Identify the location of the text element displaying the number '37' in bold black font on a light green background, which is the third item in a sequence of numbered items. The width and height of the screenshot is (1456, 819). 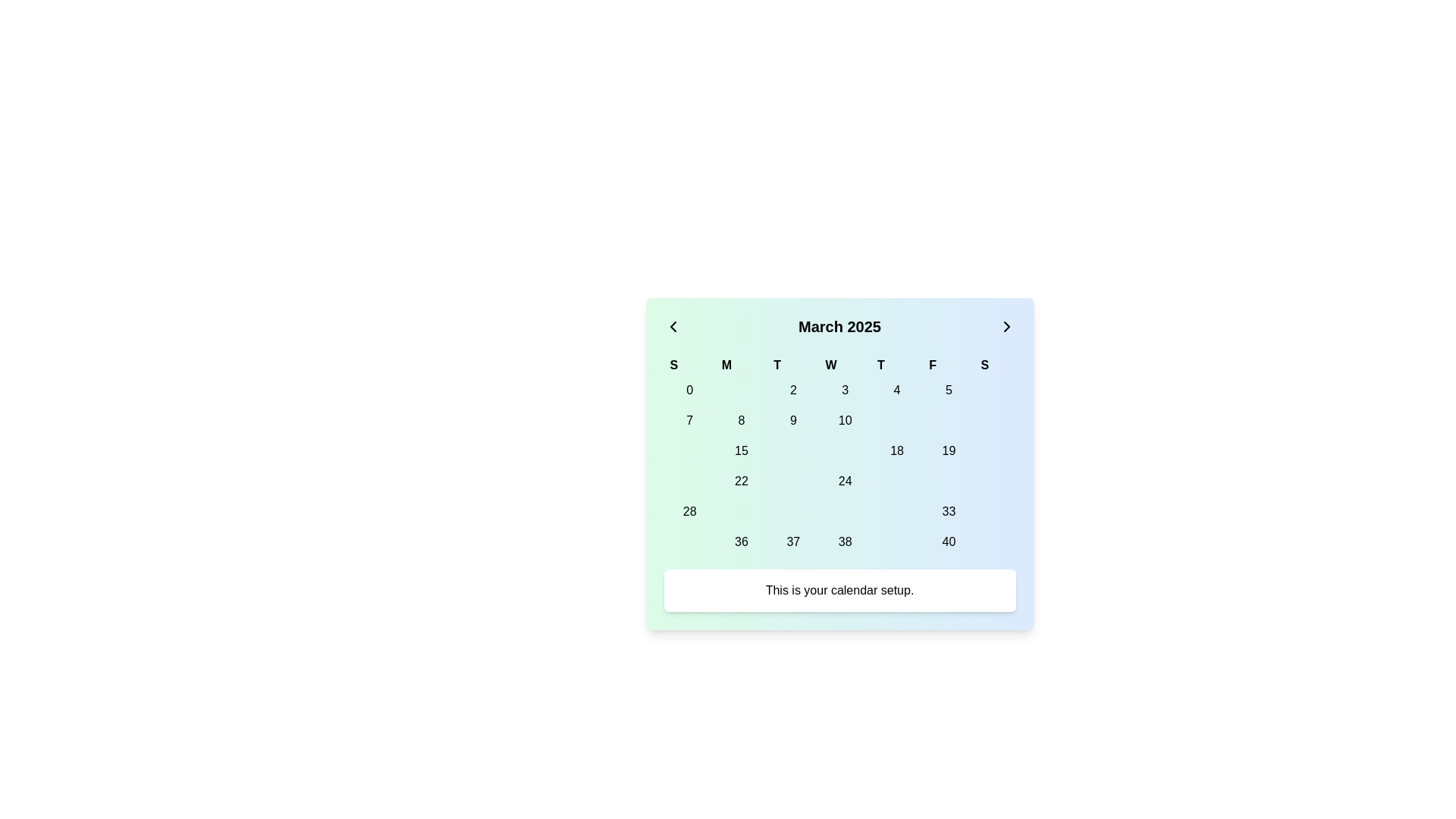
(792, 541).